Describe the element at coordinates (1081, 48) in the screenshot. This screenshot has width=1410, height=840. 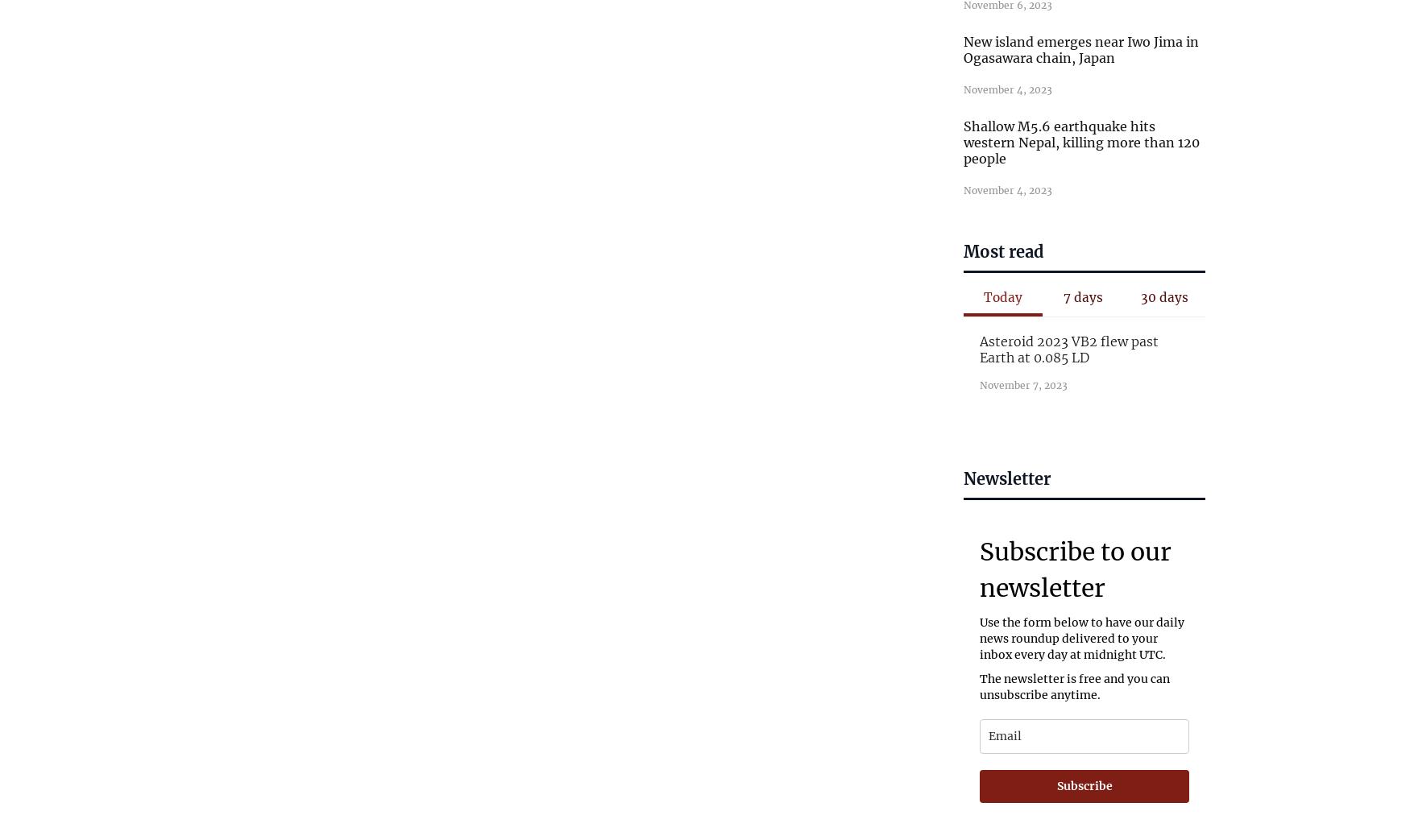
I see `'New island emerges near Iwo Jima in Ogasawara chain, Japan'` at that location.